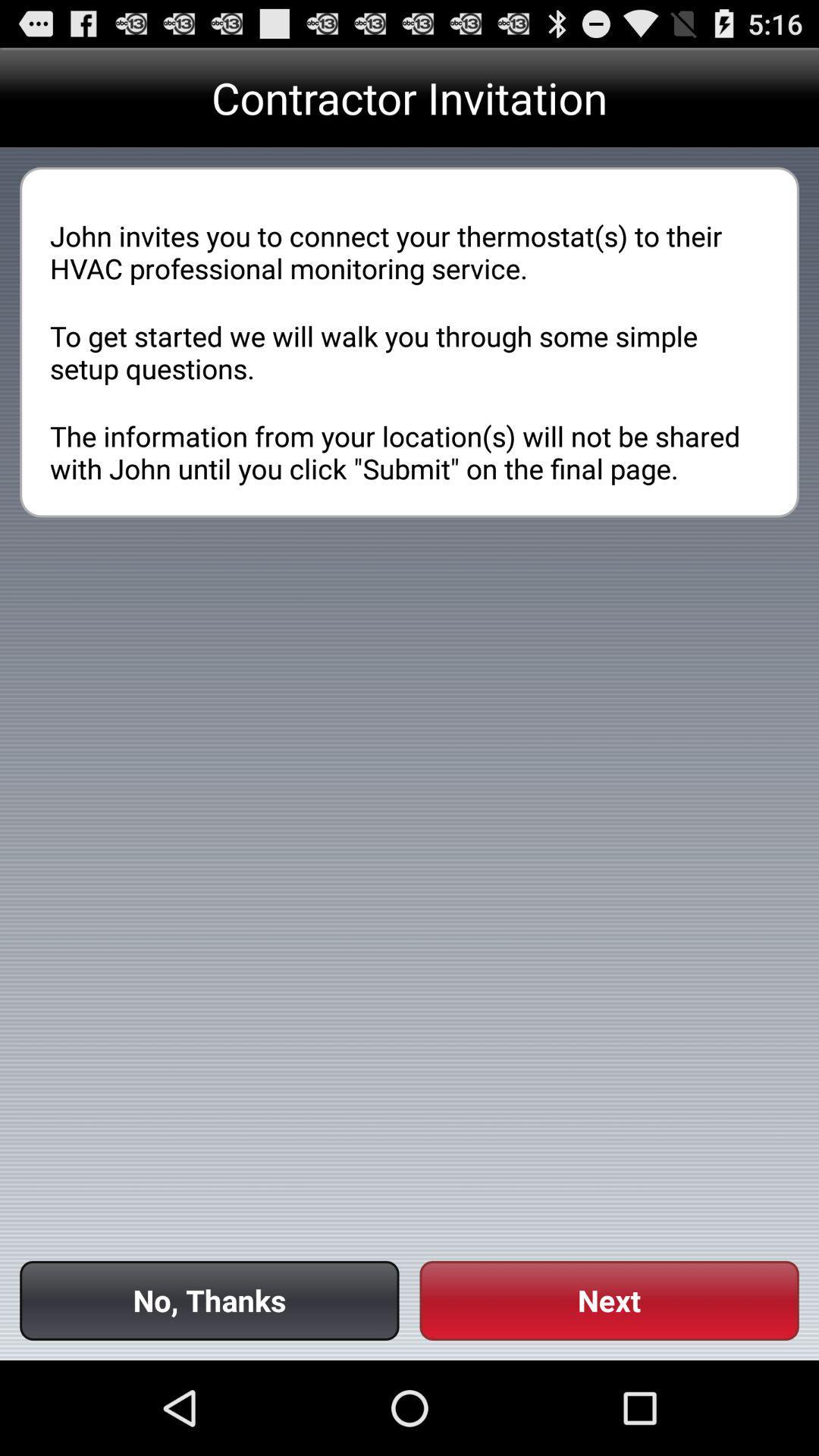  Describe the element at coordinates (608, 1300) in the screenshot. I see `the icon at the bottom right corner` at that location.